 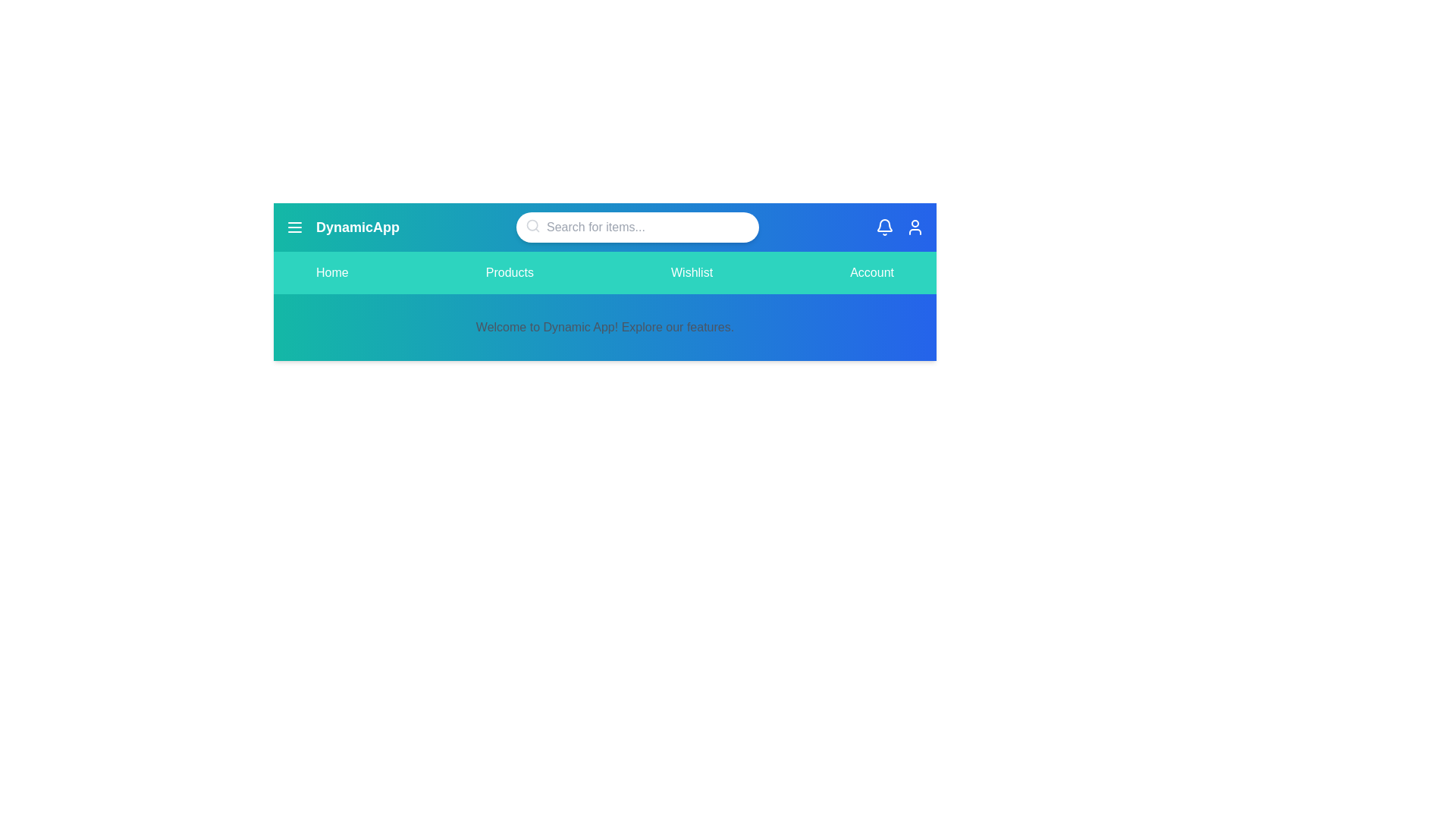 I want to click on the Wishlist tab, so click(x=691, y=271).